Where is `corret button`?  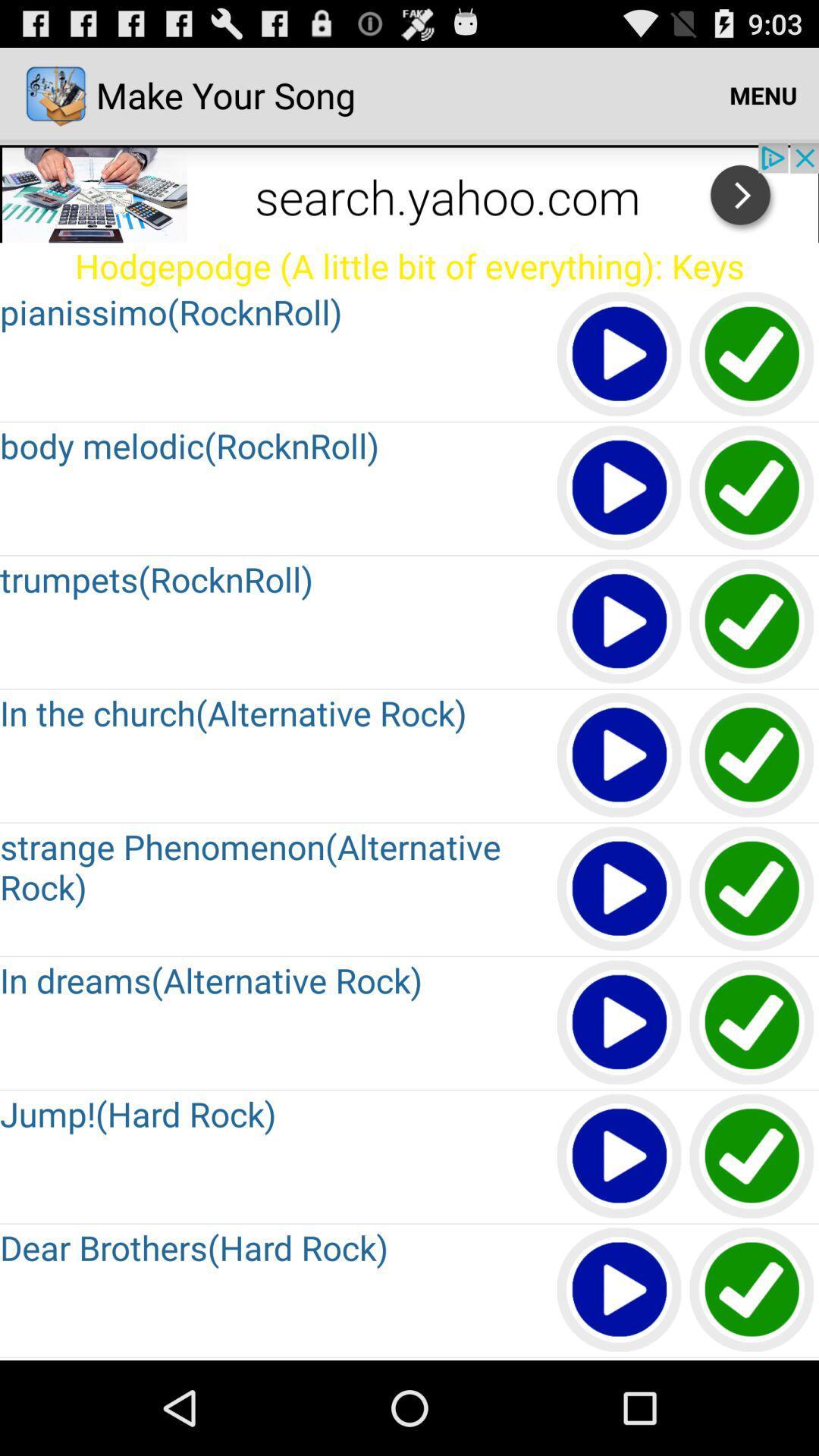 corret button is located at coordinates (752, 1023).